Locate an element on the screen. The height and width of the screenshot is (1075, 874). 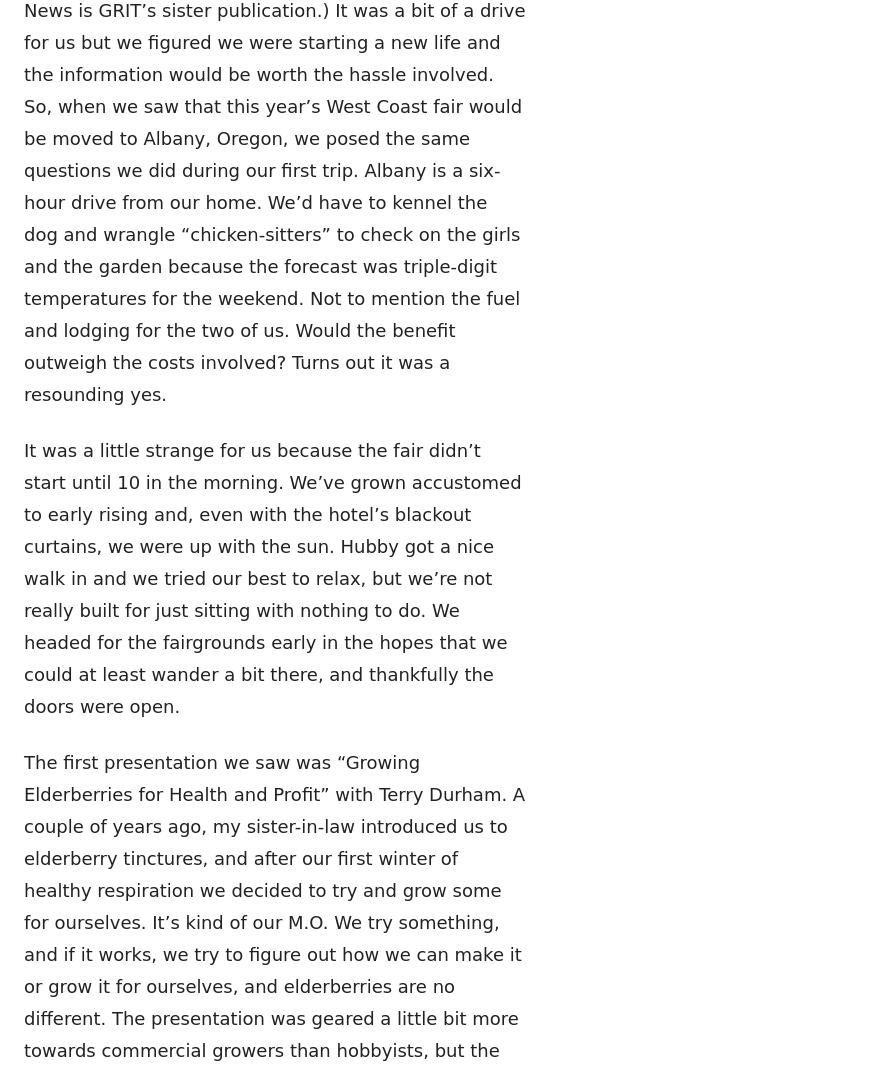
'Keep your livestock safe, healthy, and productive' is located at coordinates (474, 258).